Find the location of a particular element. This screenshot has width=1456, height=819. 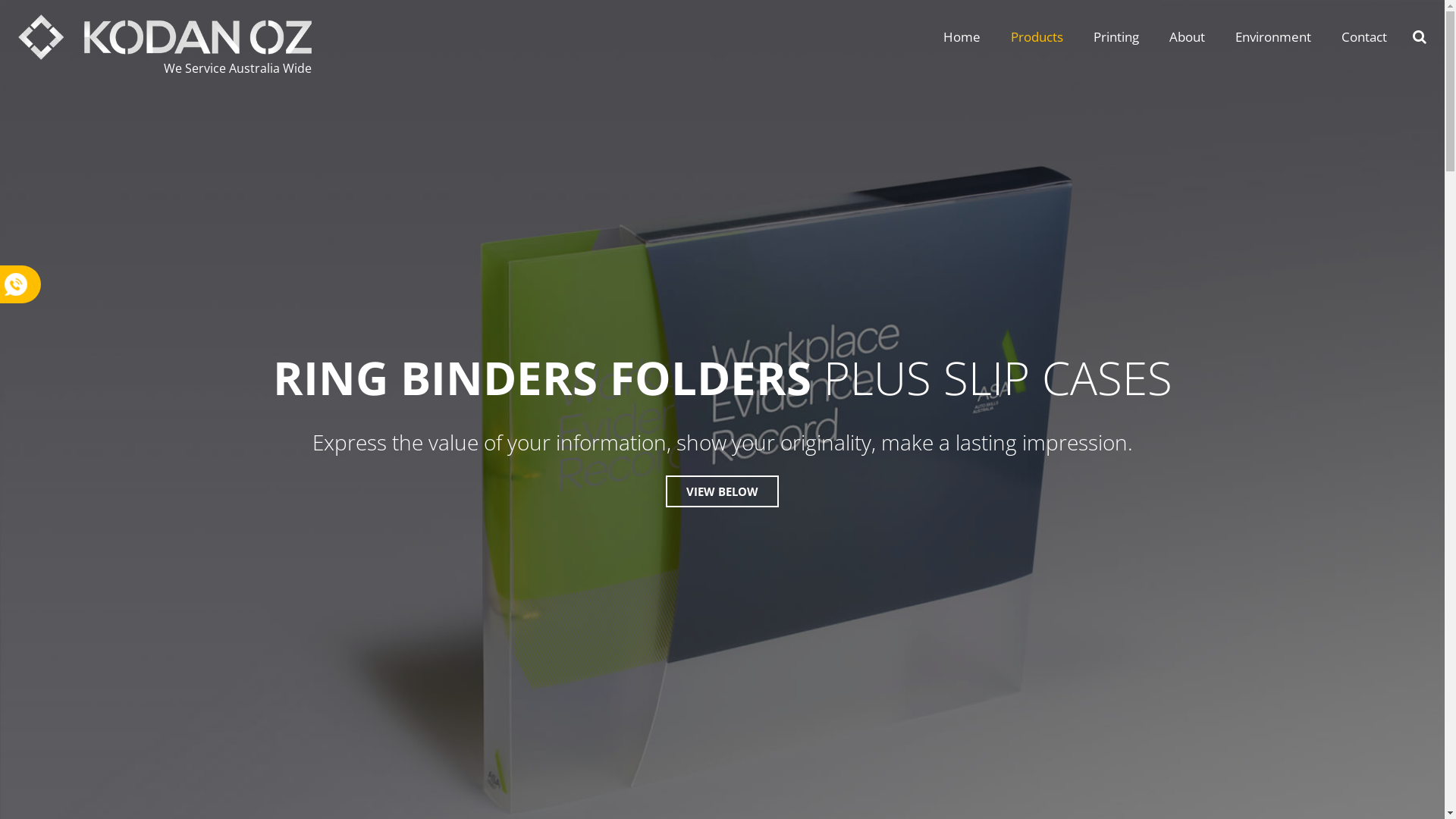

'VIEW BELOW' is located at coordinates (721, 491).